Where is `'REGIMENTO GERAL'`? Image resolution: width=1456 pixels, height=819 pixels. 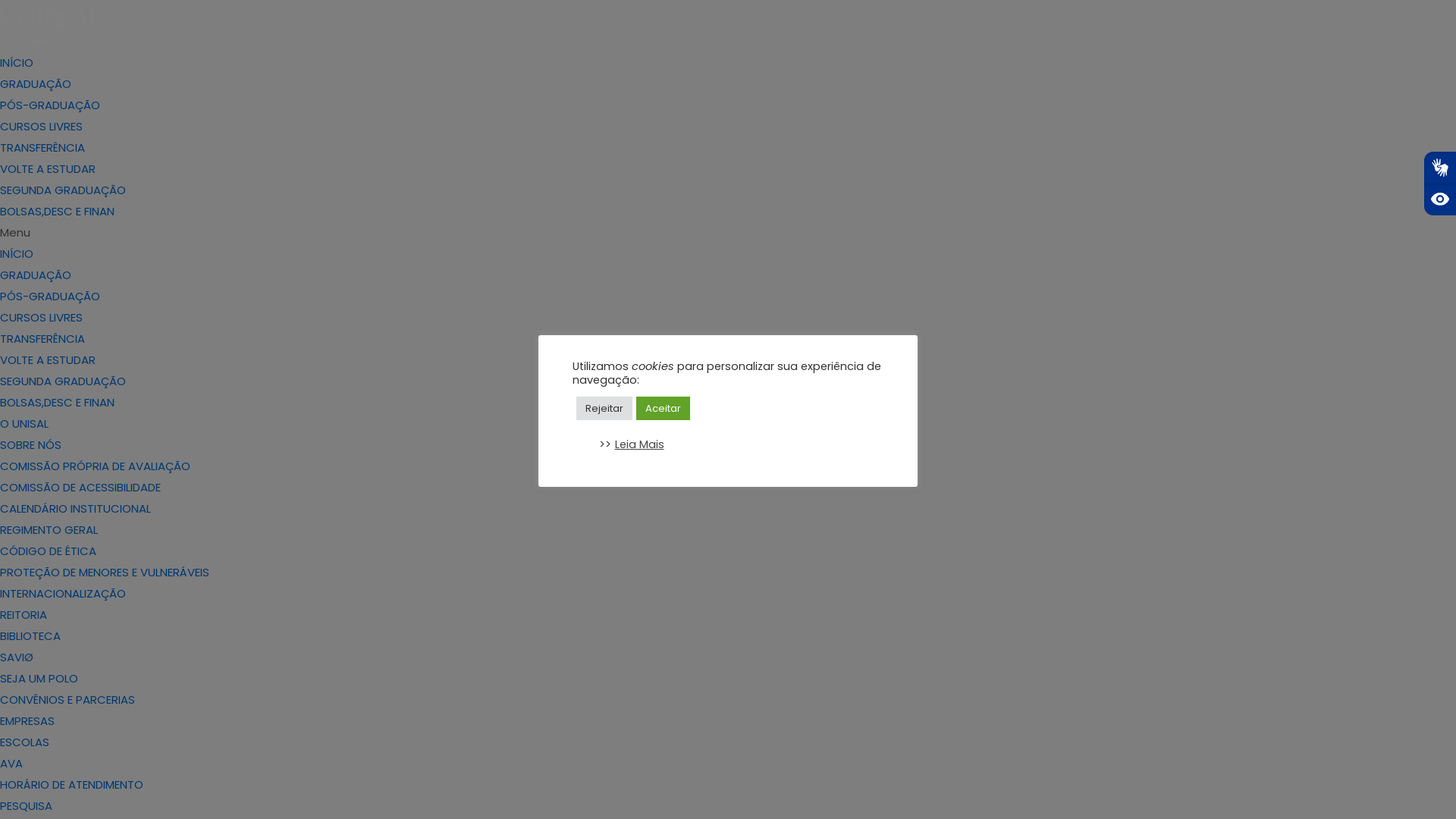 'REGIMENTO GERAL' is located at coordinates (49, 529).